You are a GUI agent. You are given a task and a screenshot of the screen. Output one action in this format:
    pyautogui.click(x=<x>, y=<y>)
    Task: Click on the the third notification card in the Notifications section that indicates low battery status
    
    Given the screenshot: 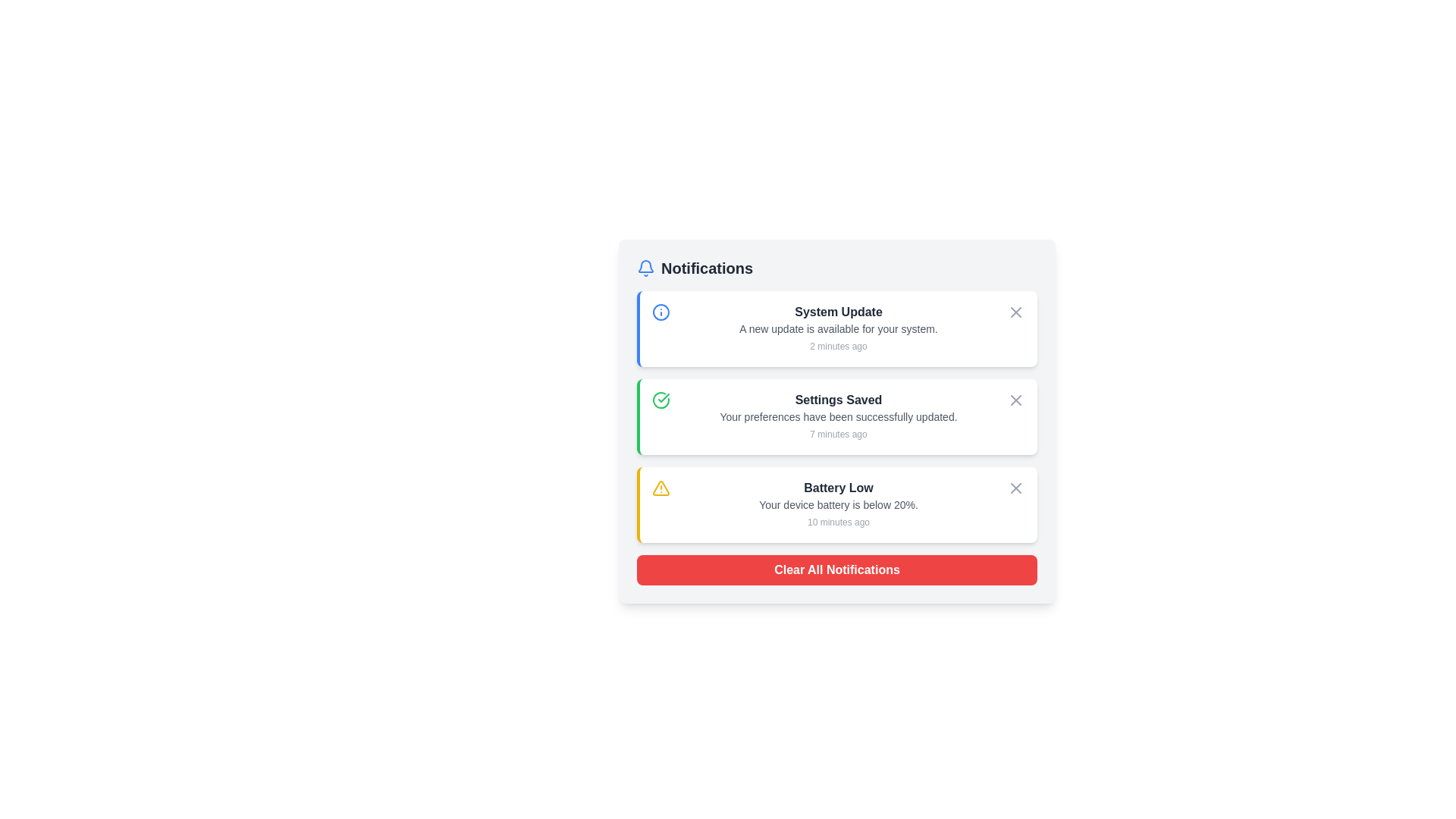 What is the action you would take?
    pyautogui.click(x=836, y=505)
    